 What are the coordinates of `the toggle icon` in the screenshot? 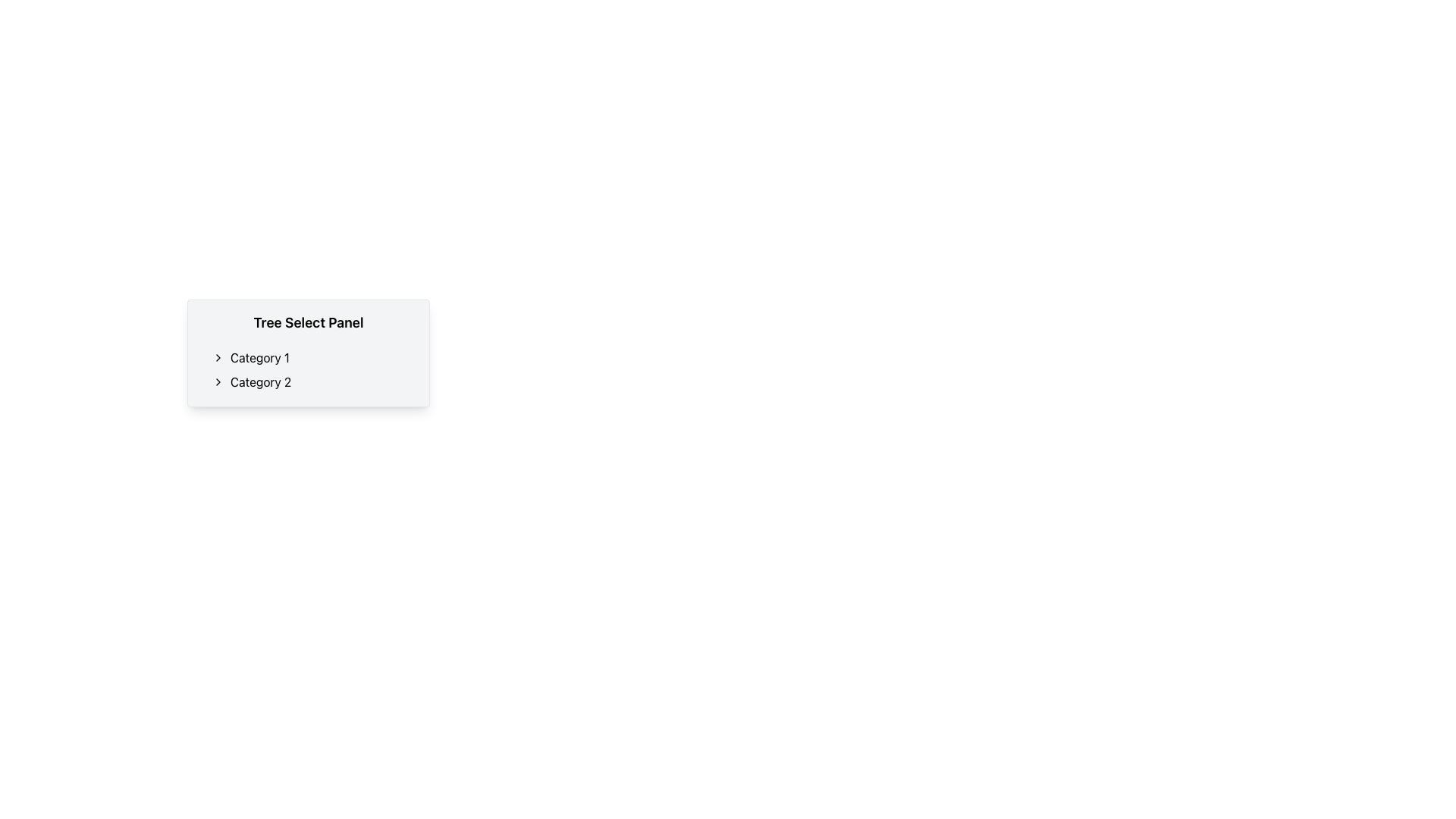 It's located at (218, 381).